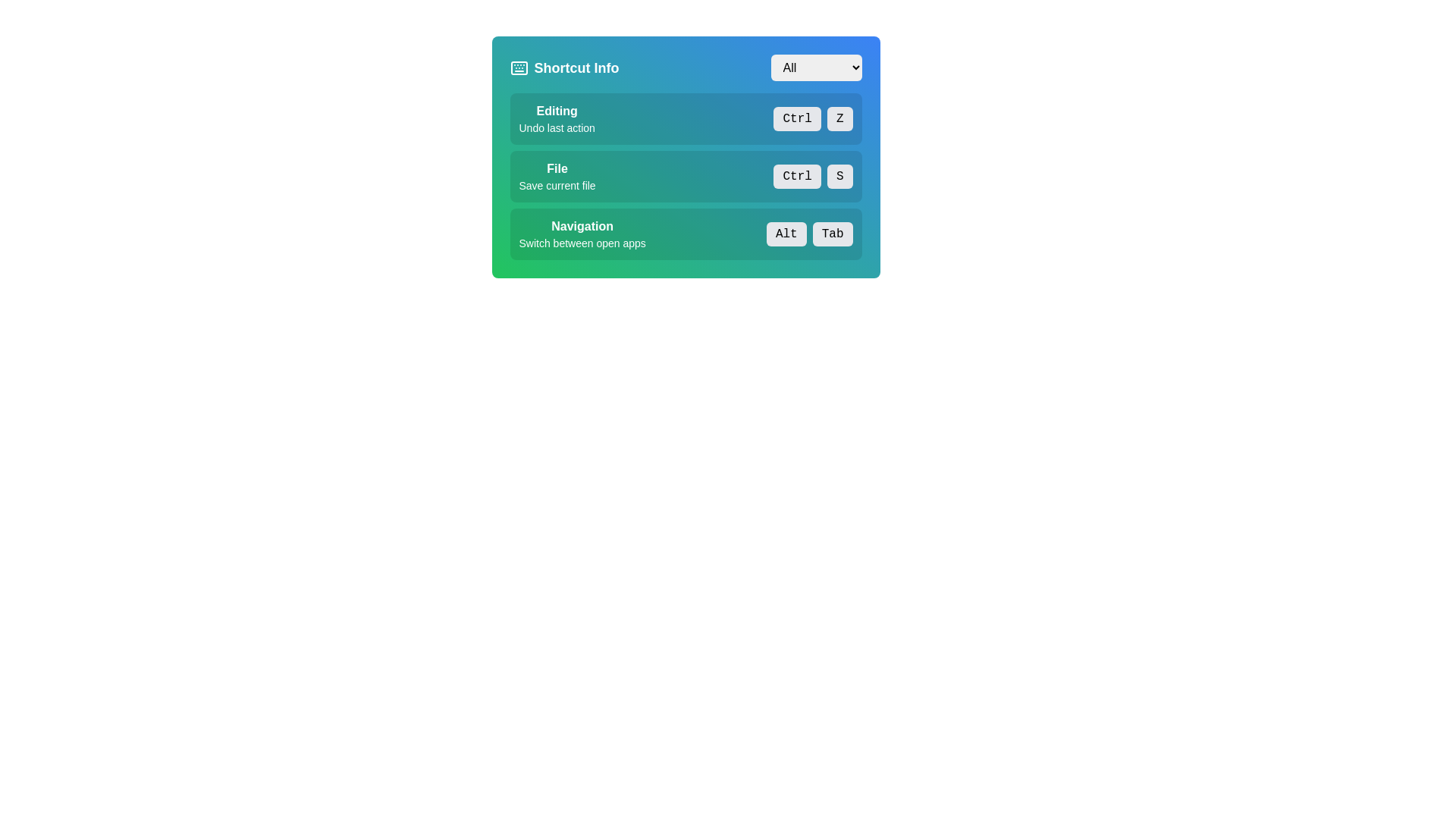  Describe the element at coordinates (582, 227) in the screenshot. I see `the bold white text labeled 'Navigation' that is prominently displayed against a green background, located at the top left of the menu detailing shortcuts` at that location.